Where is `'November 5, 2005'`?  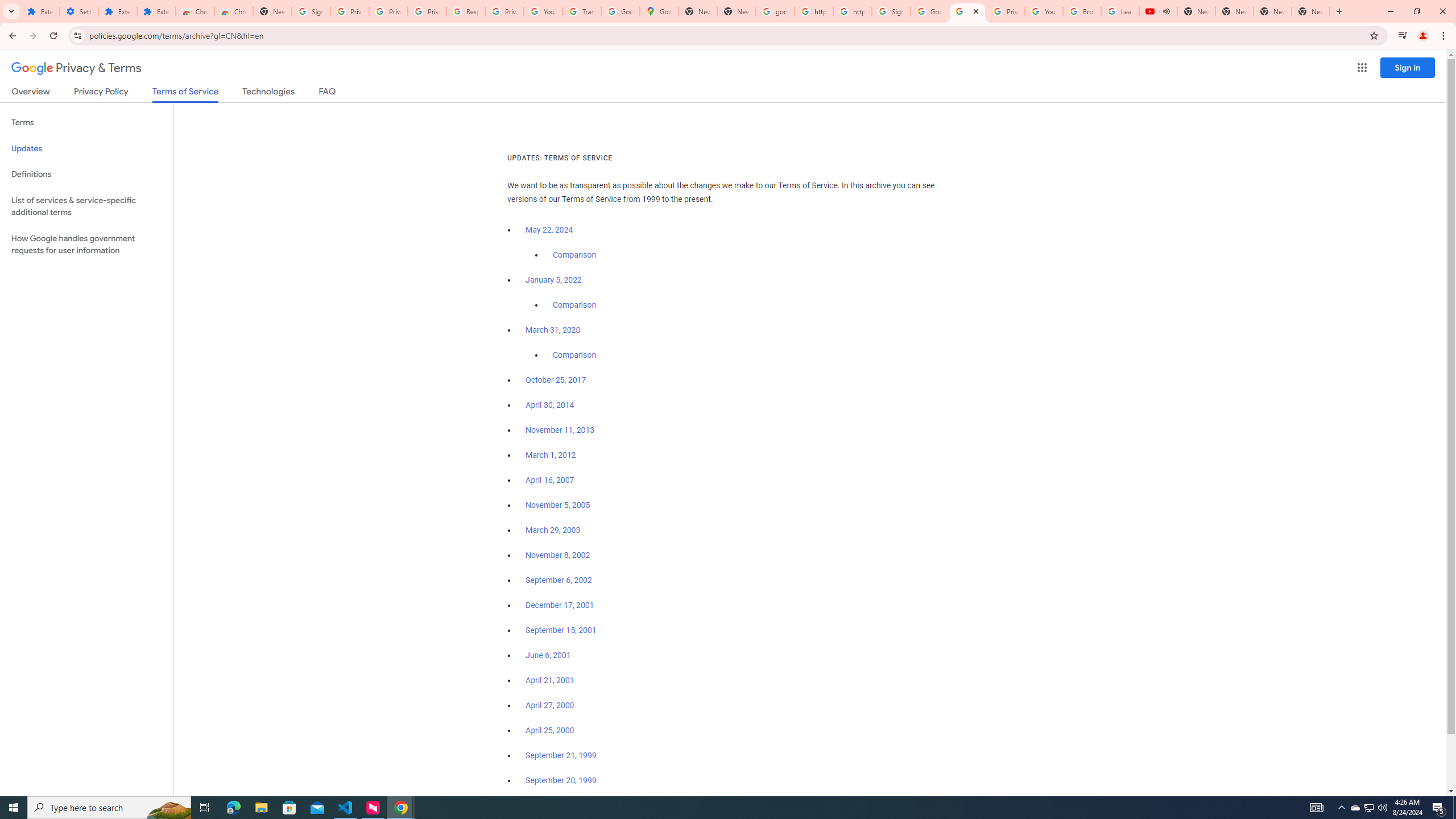
'November 5, 2005' is located at coordinates (557, 505).